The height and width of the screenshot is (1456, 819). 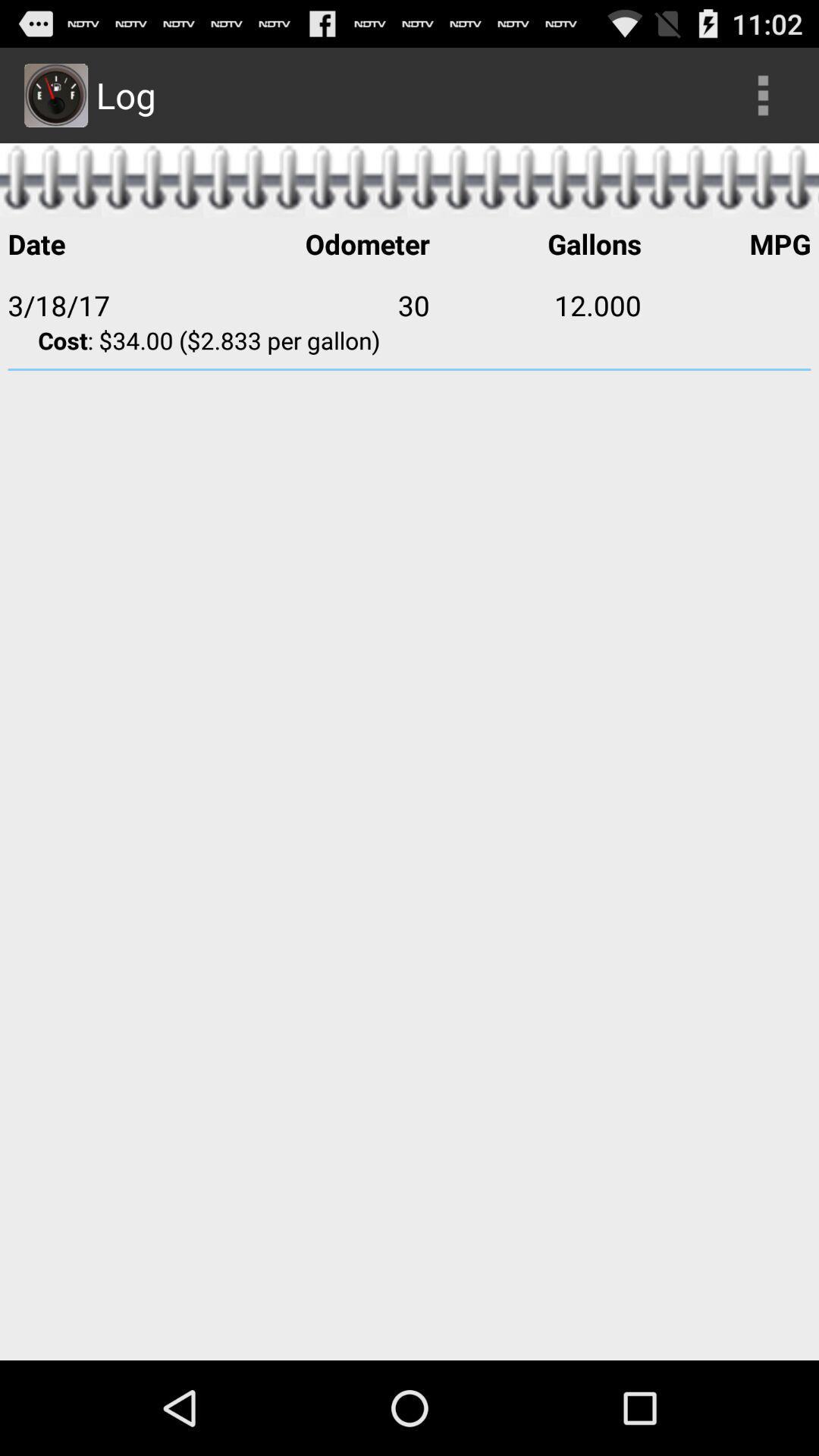 I want to click on app next to 30 app, so click(x=112, y=304).